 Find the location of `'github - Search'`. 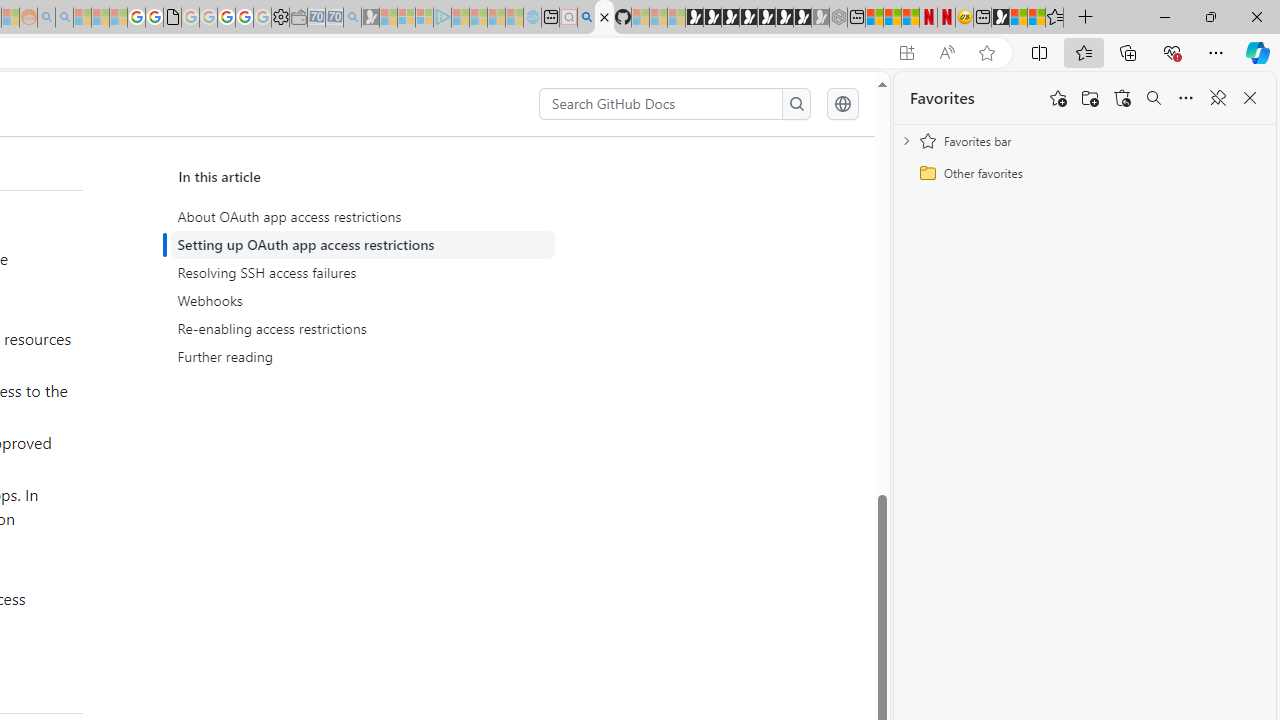

'github - Search' is located at coordinates (585, 17).